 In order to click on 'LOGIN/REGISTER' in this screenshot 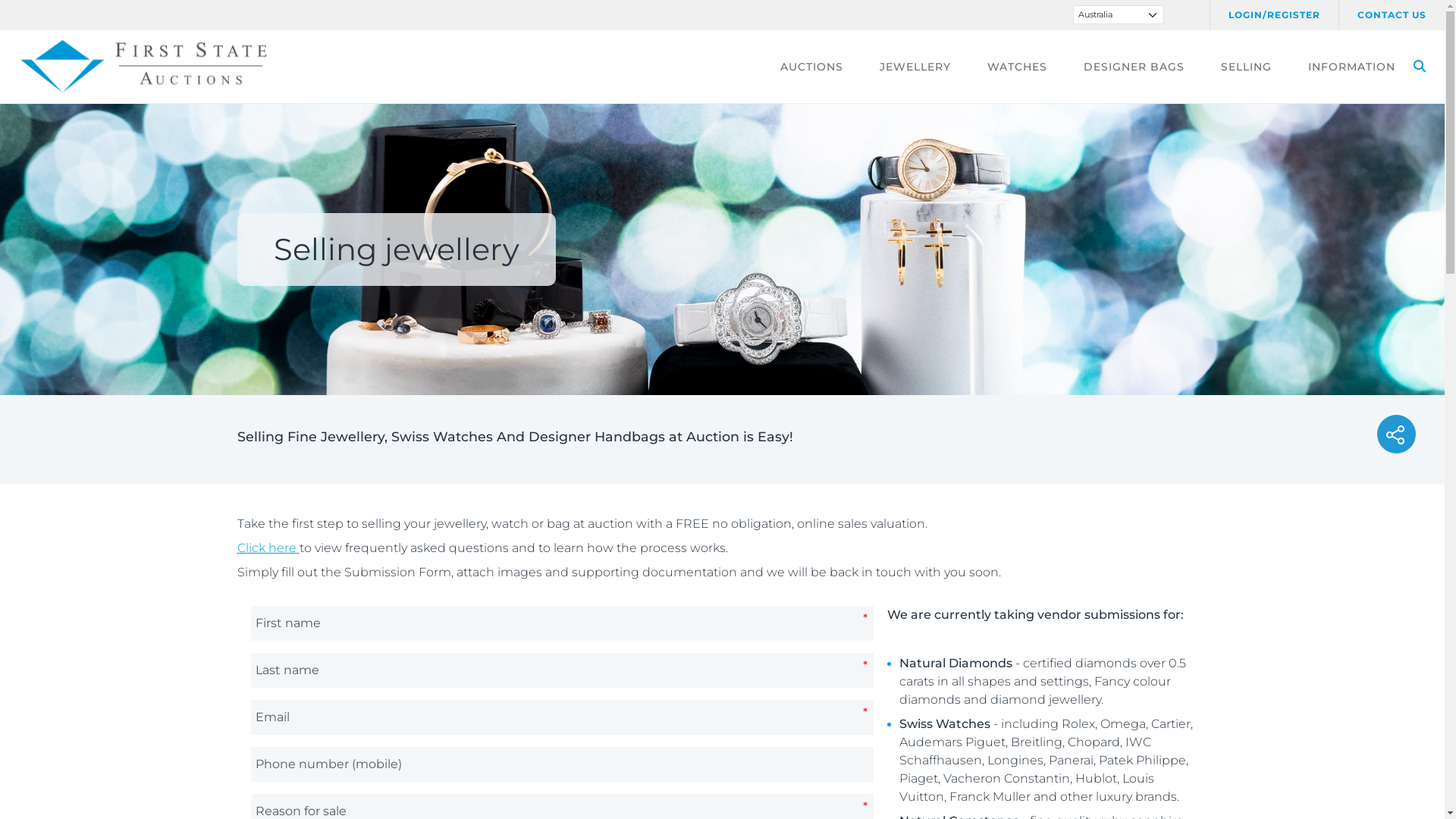, I will do `click(1210, 14)`.